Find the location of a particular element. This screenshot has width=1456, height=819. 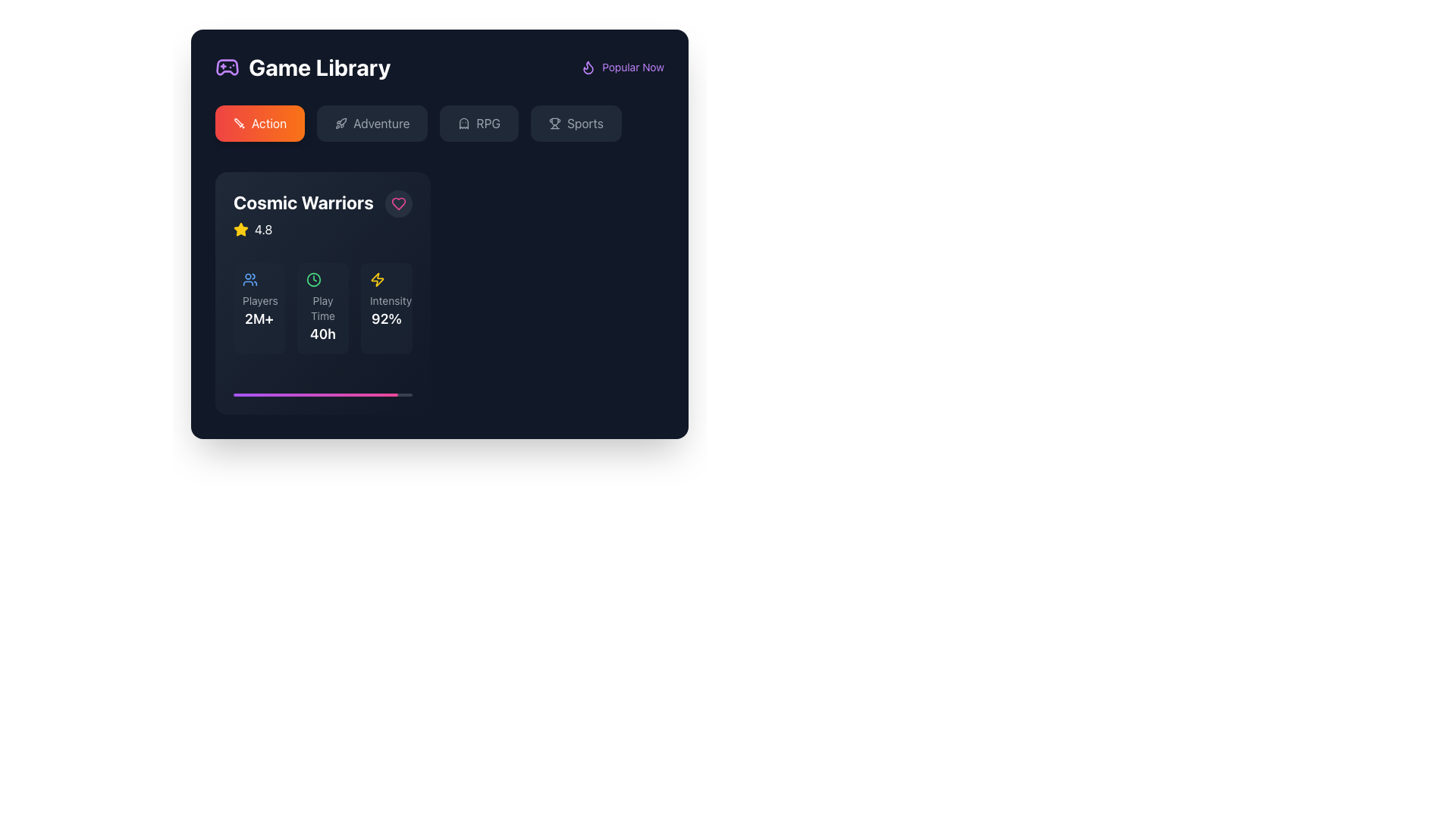

the Informational card located in the bottom-right cell of a three-column layout, featuring a yellow lightning bolt icon and the text 'Intensity' with '92%' percentage is located at coordinates (386, 308).